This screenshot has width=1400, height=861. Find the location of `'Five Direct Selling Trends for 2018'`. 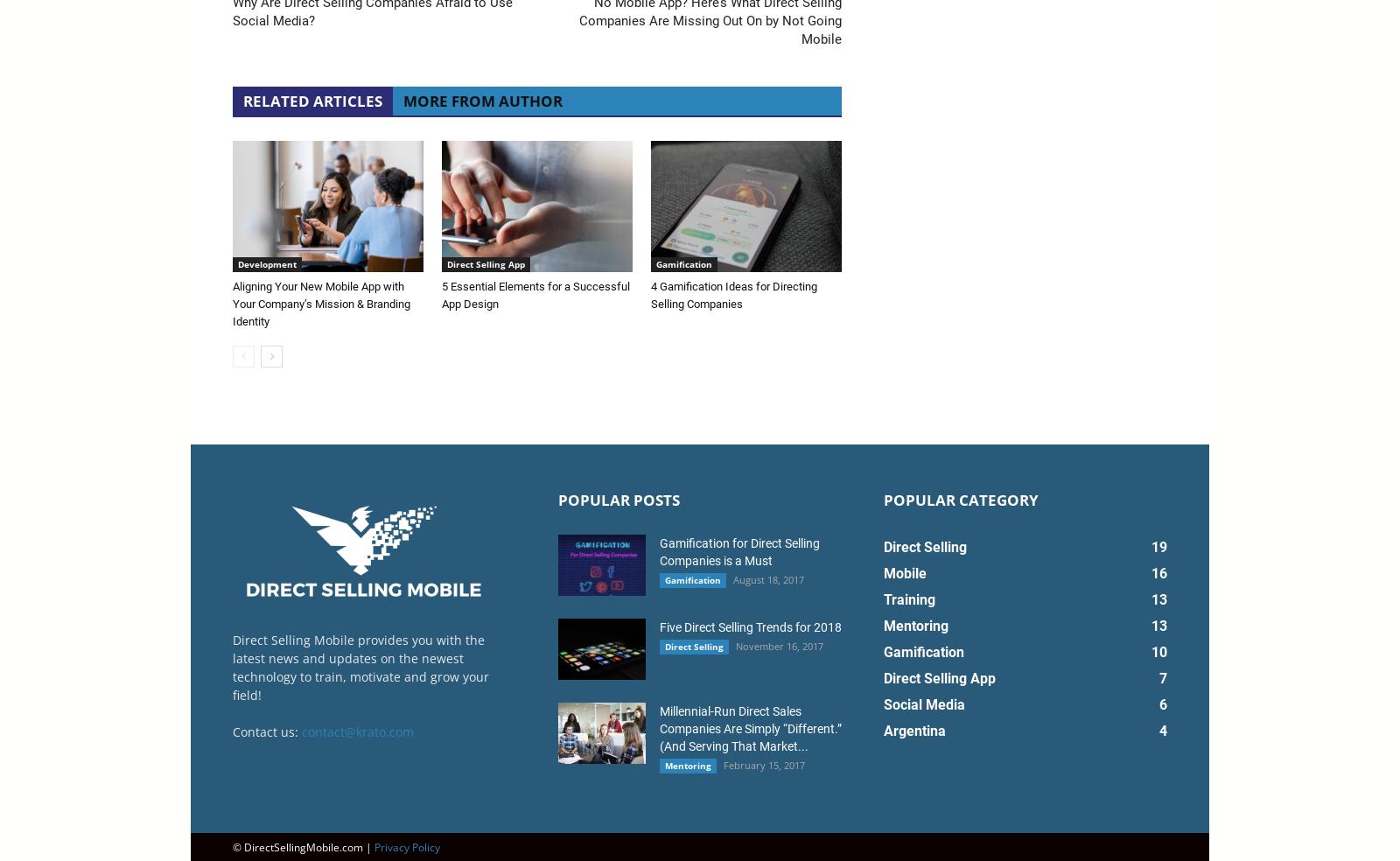

'Five Direct Selling Trends for 2018' is located at coordinates (750, 626).